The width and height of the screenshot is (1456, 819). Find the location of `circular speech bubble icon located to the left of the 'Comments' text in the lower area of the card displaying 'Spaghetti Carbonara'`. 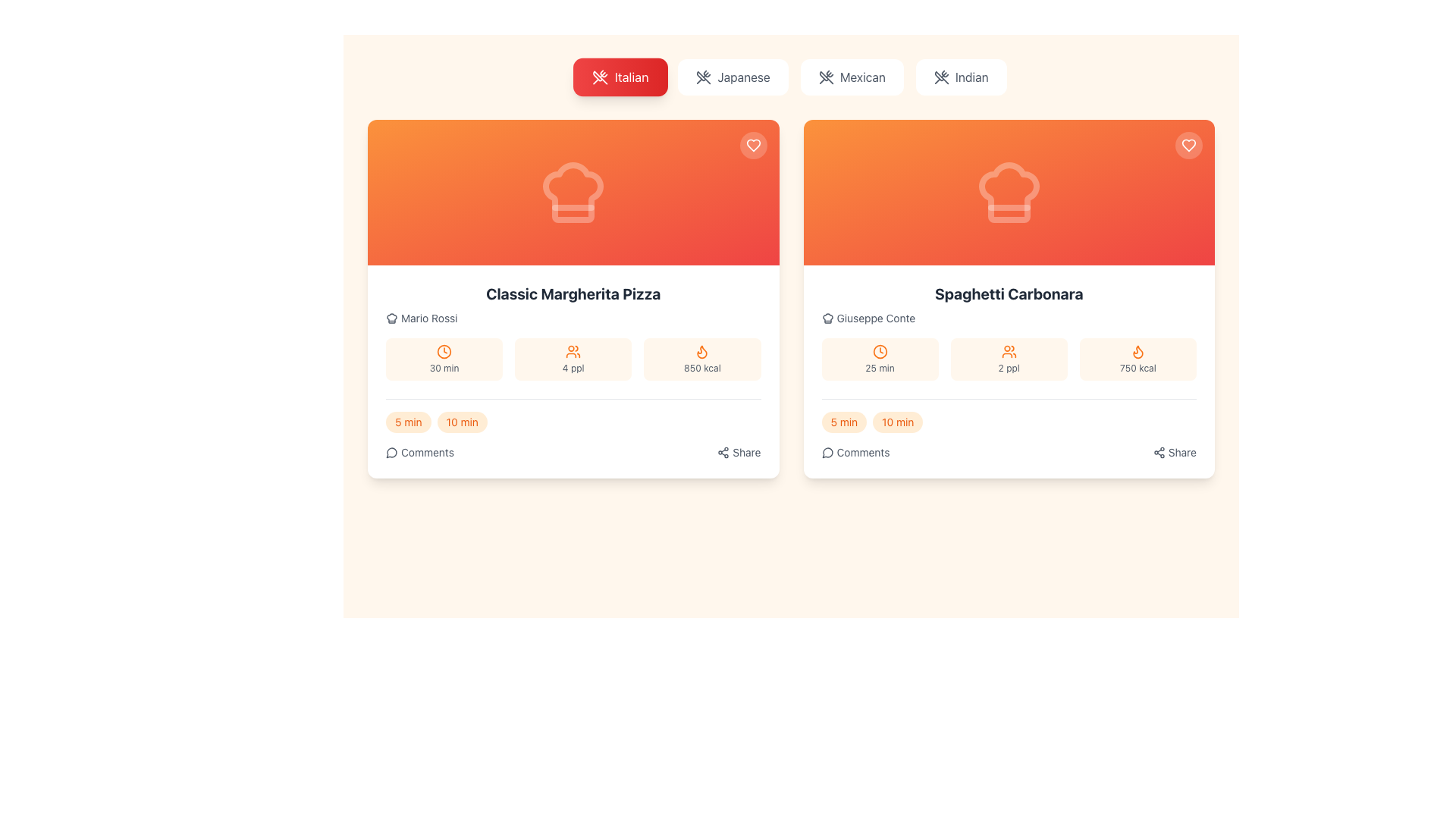

circular speech bubble icon located to the left of the 'Comments' text in the lower area of the card displaying 'Spaghetti Carbonara' is located at coordinates (827, 452).